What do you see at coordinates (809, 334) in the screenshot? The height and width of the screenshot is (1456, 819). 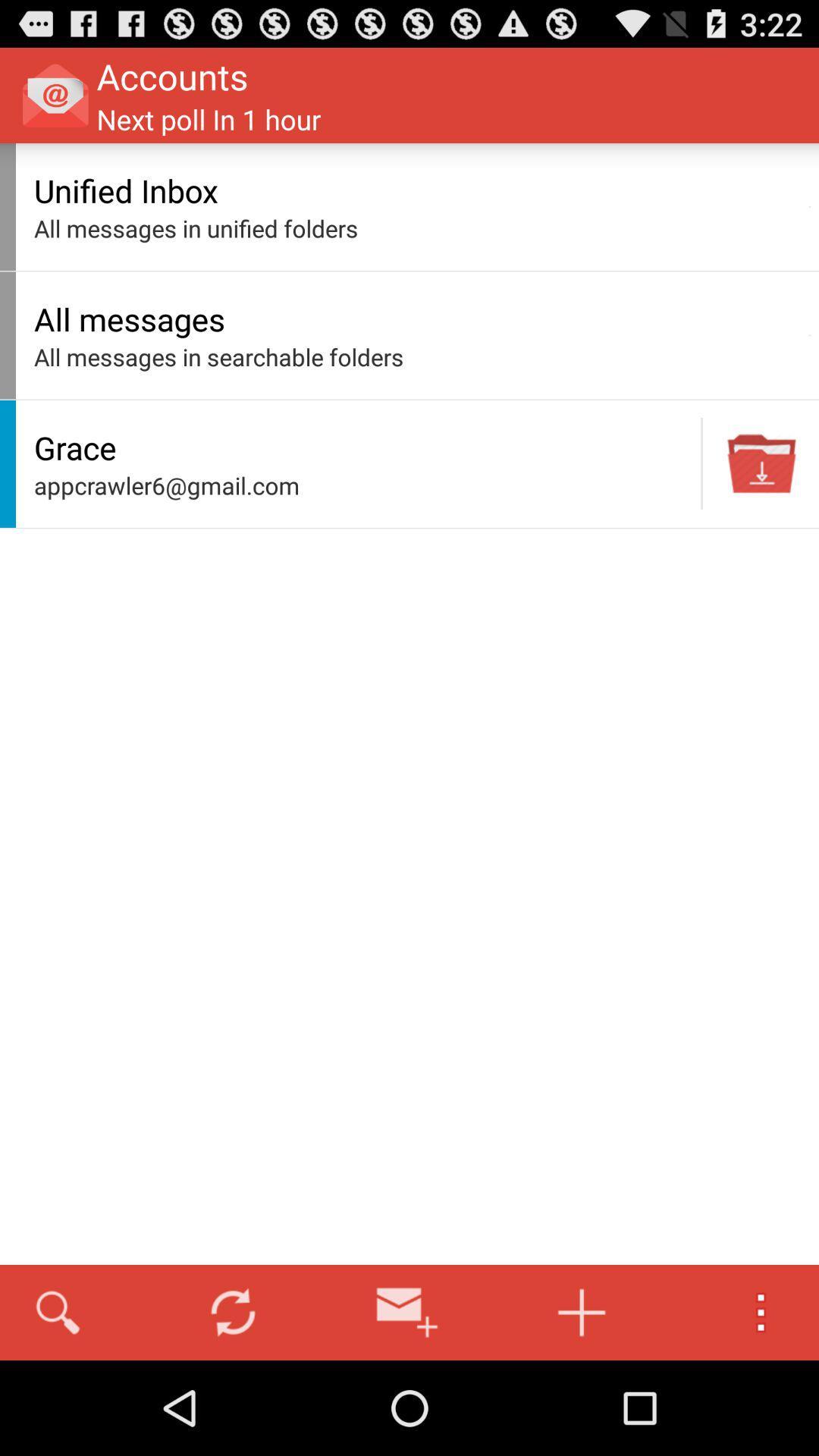 I see `app above the all messages in icon` at bounding box center [809, 334].